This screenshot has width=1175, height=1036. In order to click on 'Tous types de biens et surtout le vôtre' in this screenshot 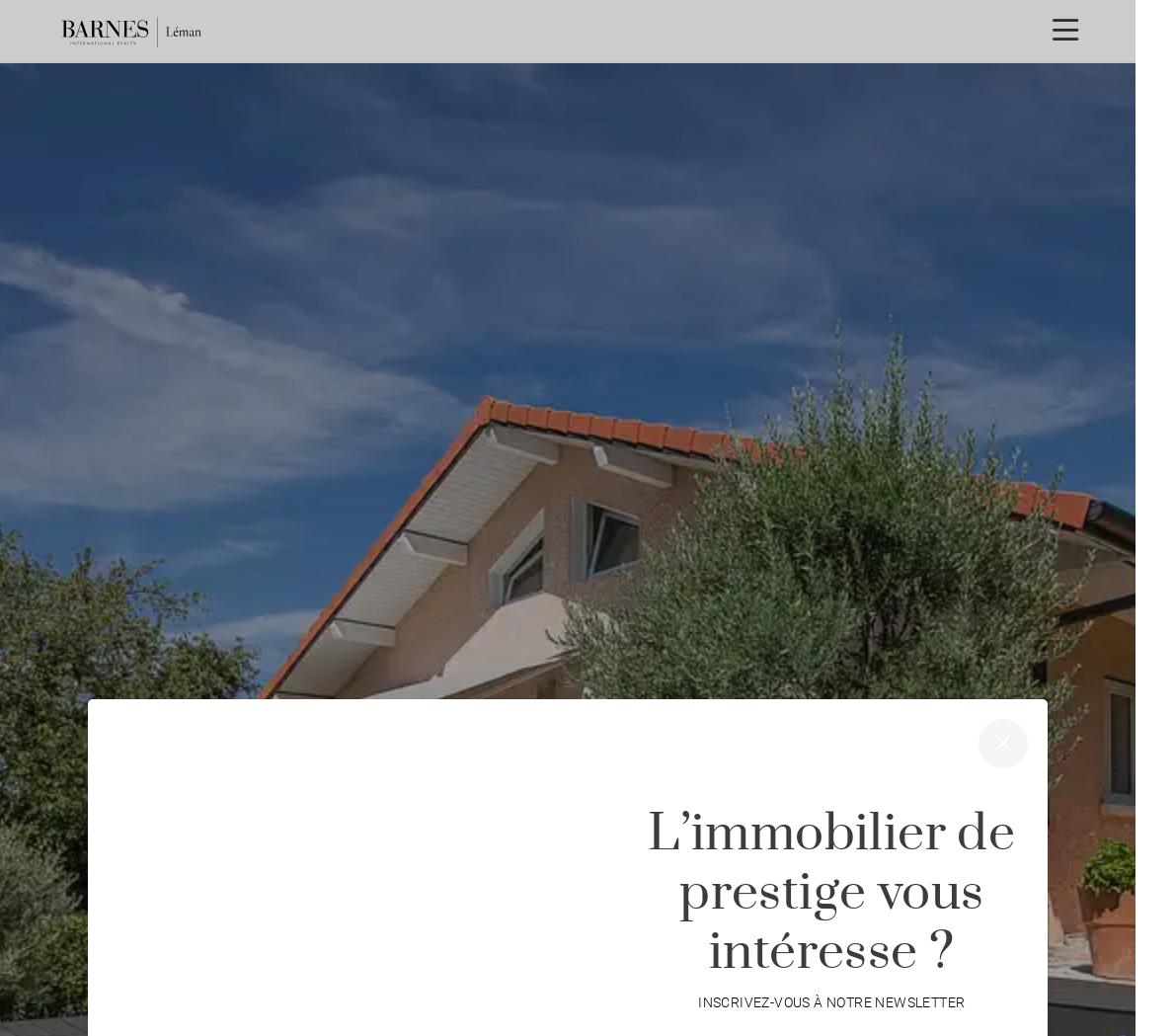, I will do `click(413, 778)`.